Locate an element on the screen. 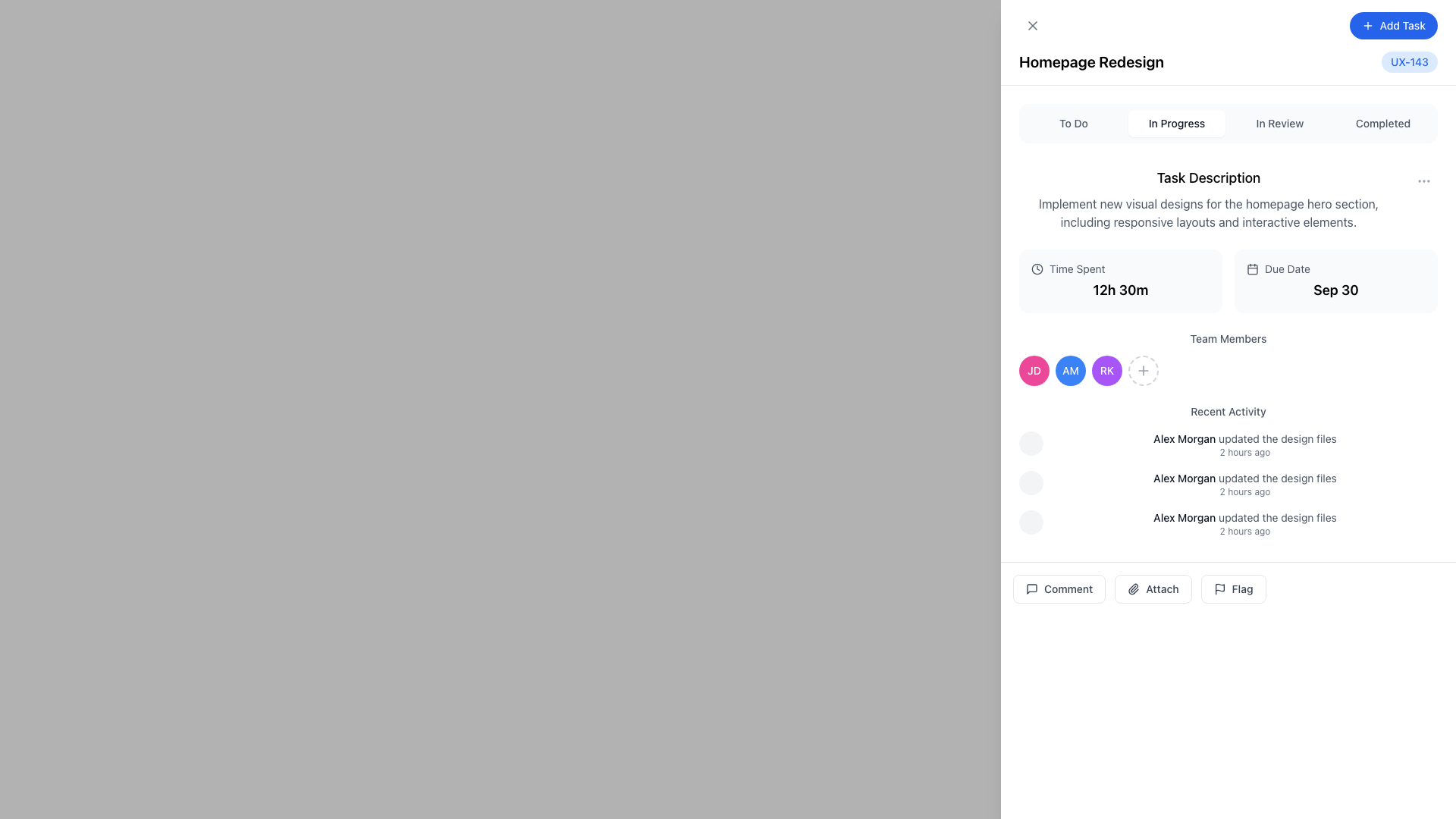 This screenshot has width=1456, height=819. the comments icon located in the lower part of the interface is located at coordinates (1031, 588).